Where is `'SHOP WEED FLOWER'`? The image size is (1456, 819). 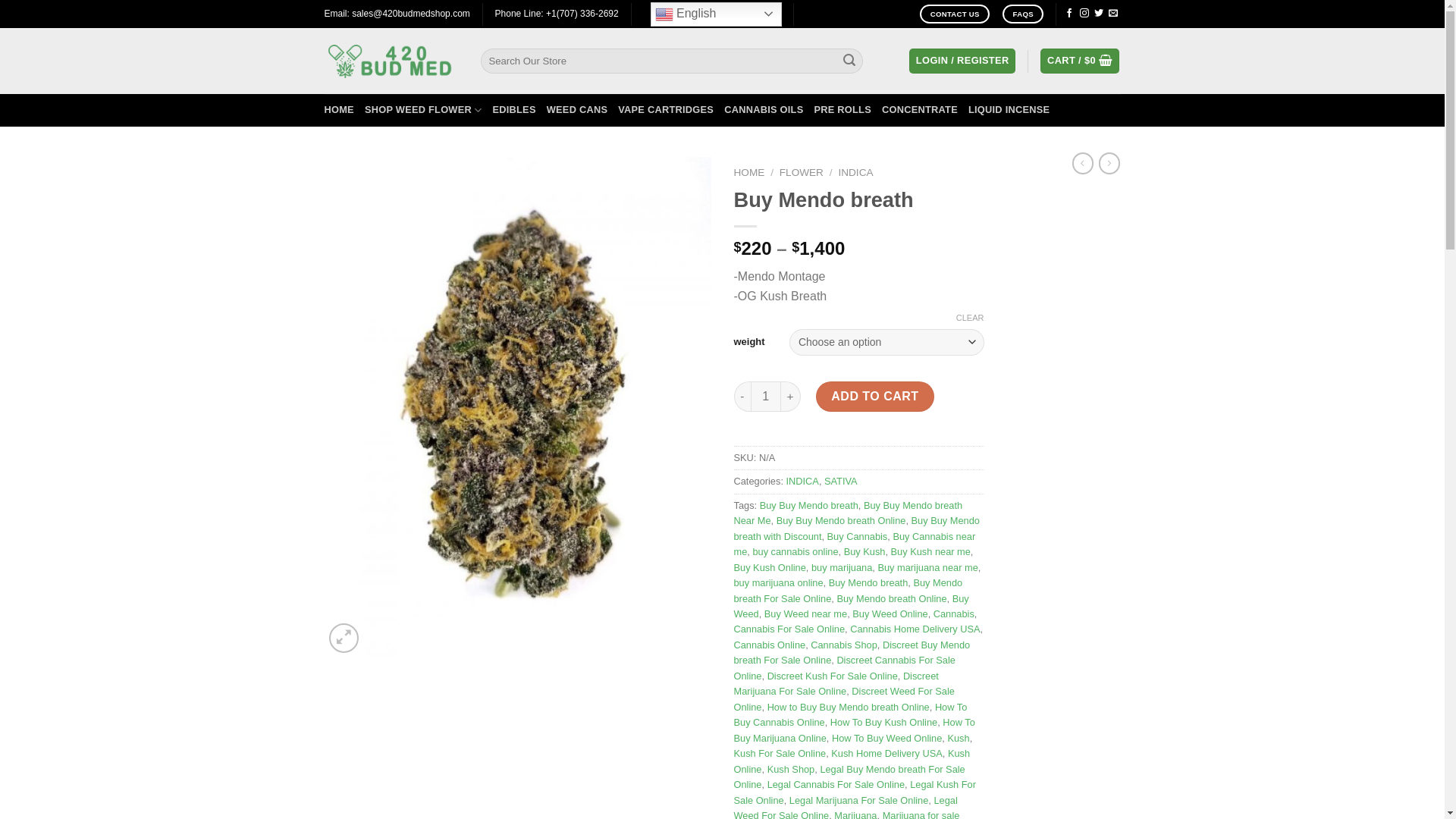 'SHOP WEED FLOWER' is located at coordinates (364, 109).